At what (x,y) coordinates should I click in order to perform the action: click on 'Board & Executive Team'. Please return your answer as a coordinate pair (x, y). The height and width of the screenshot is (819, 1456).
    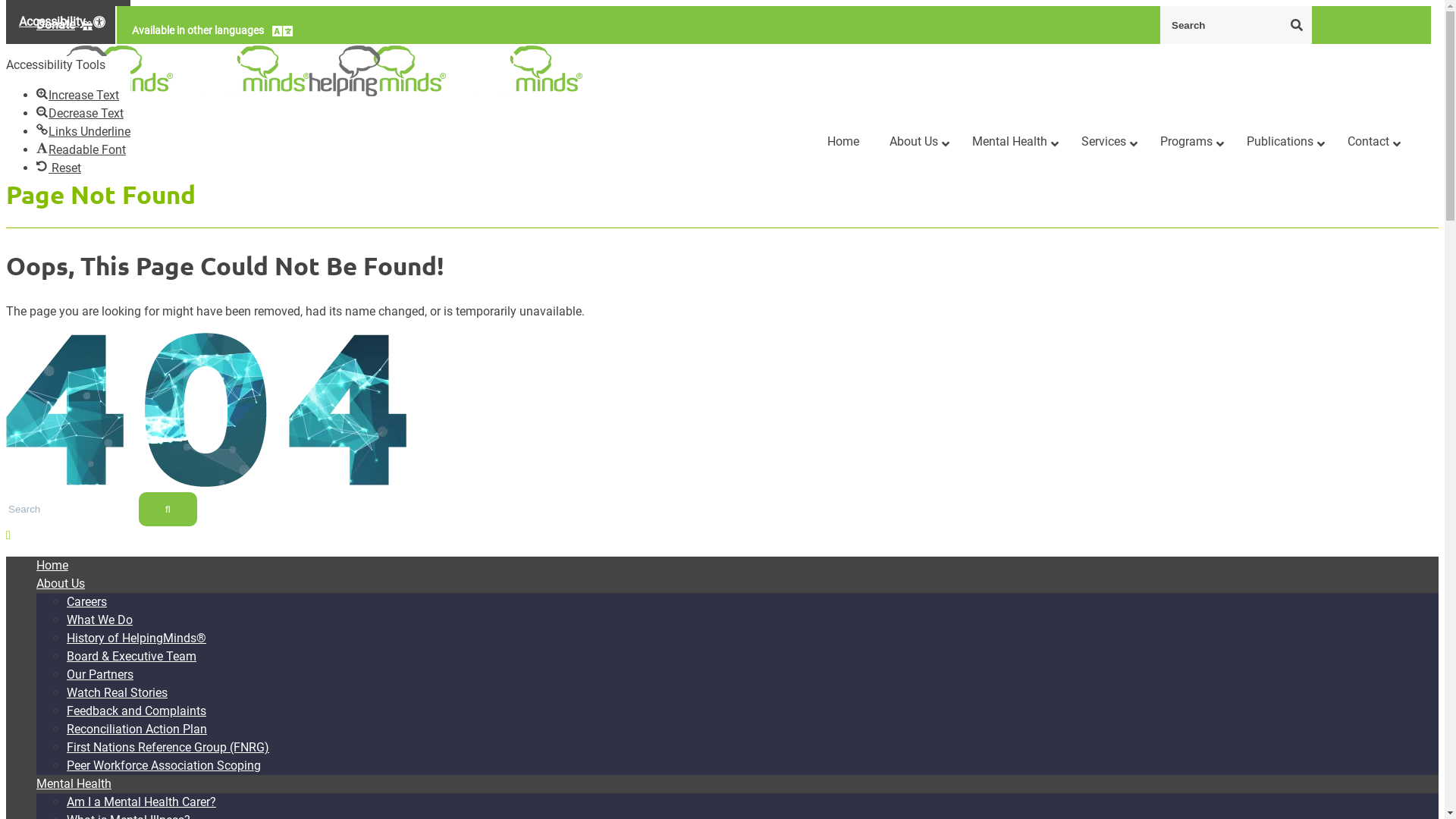
    Looking at the image, I should click on (131, 655).